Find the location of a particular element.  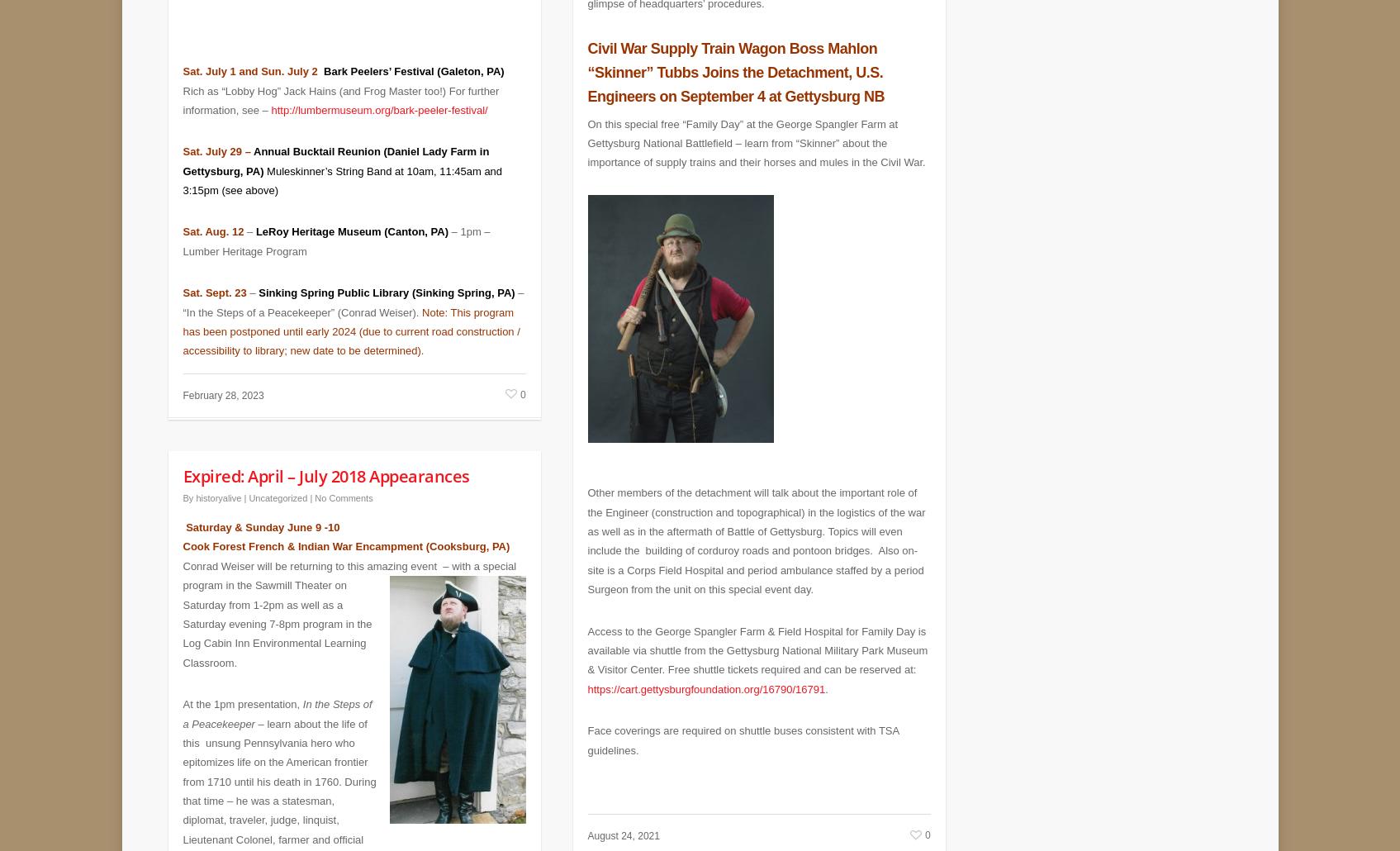

'By' is located at coordinates (187, 486).